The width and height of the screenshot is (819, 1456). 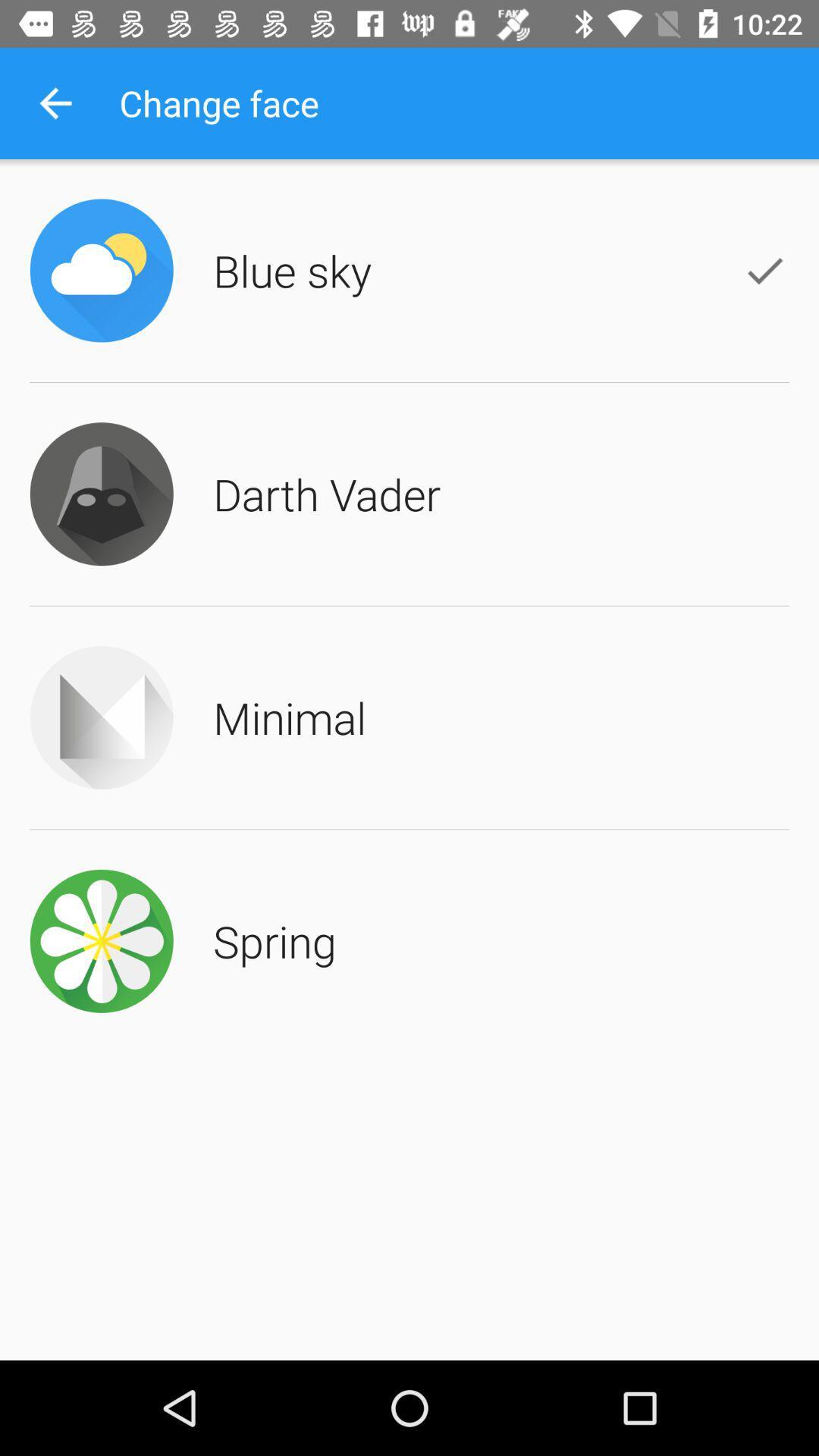 What do you see at coordinates (326, 494) in the screenshot?
I see `the darth vader` at bounding box center [326, 494].